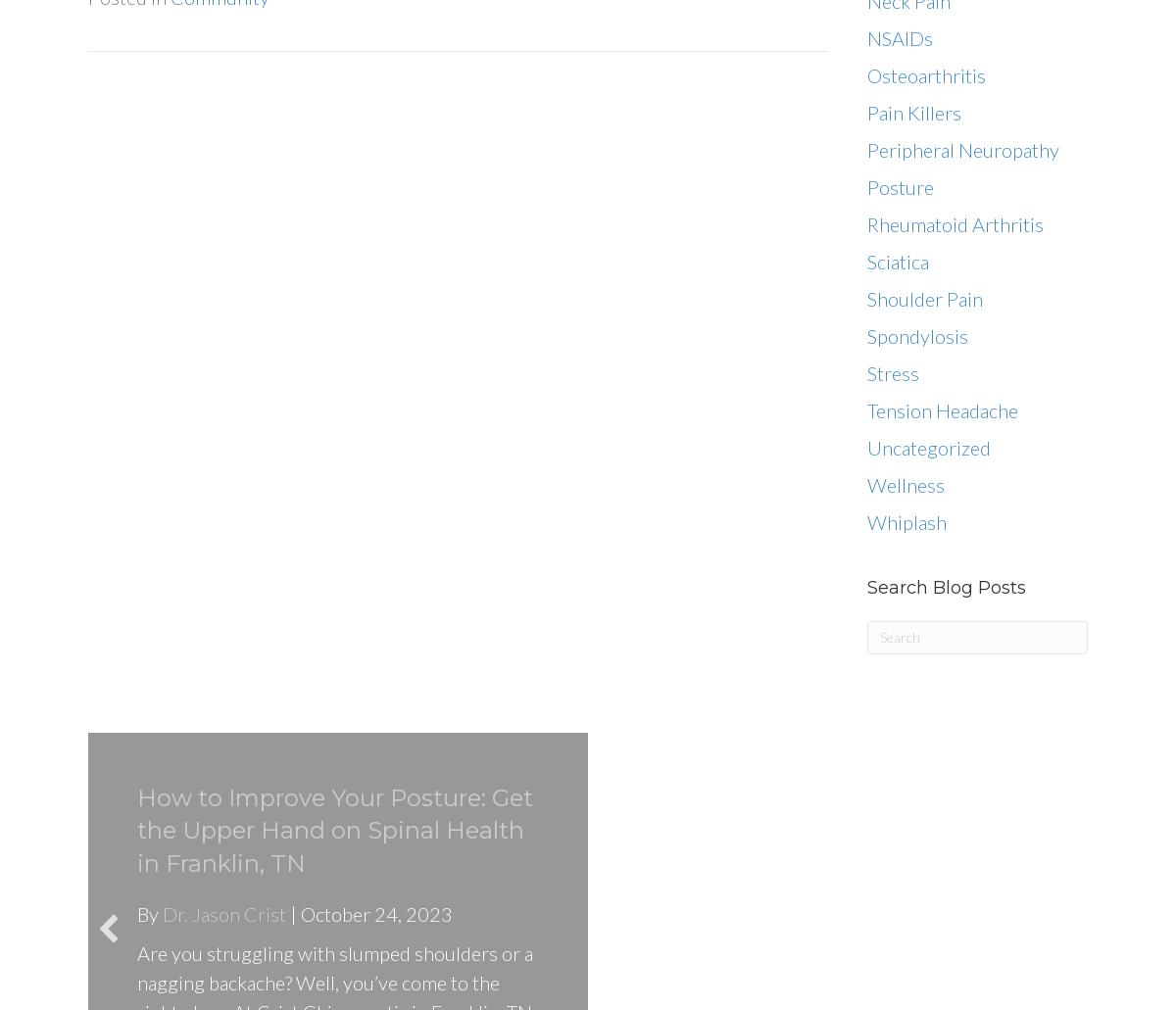  What do you see at coordinates (914, 111) in the screenshot?
I see `'Pain Killers'` at bounding box center [914, 111].